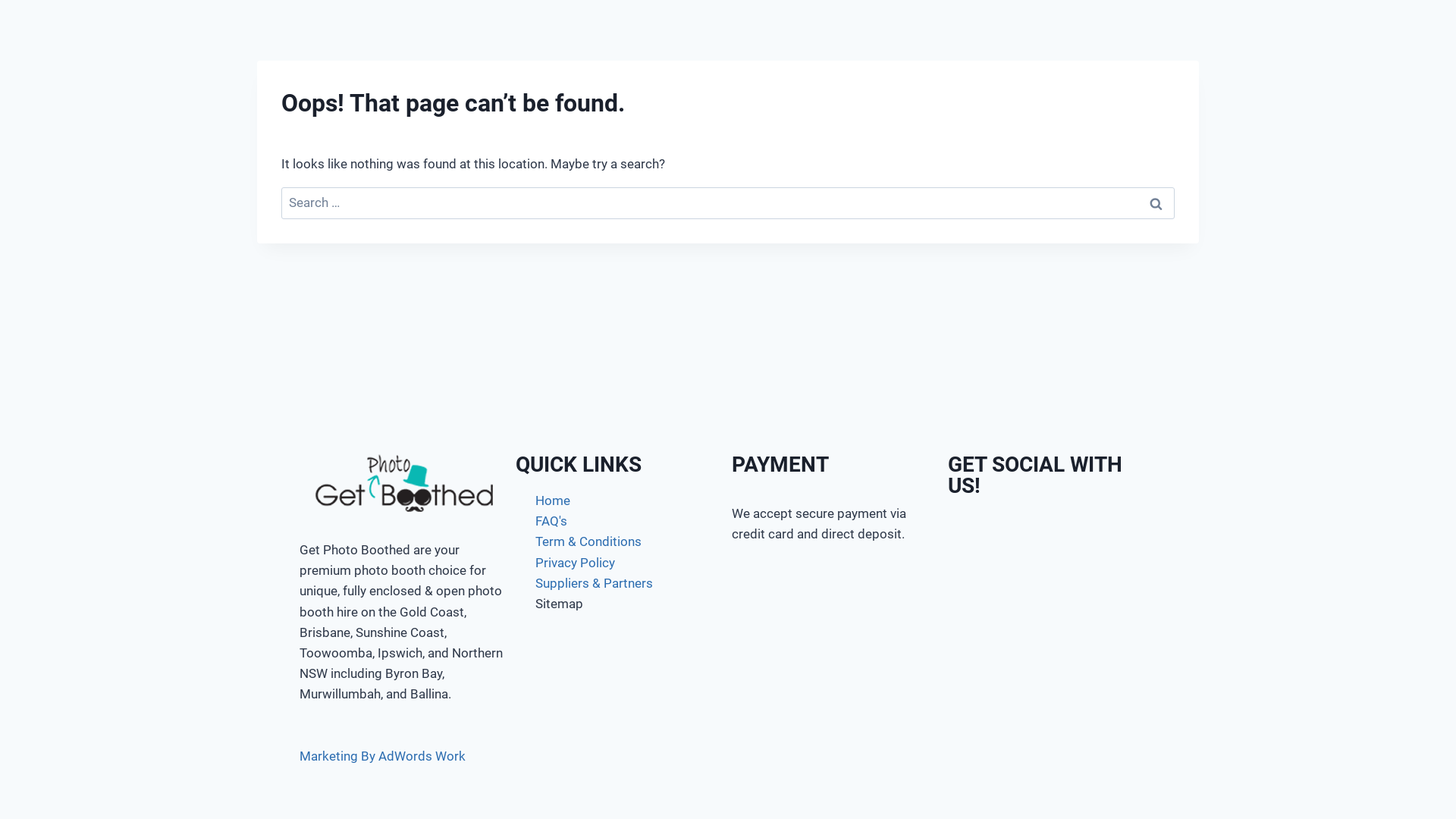 The height and width of the screenshot is (819, 1456). Describe the element at coordinates (1154, 202) in the screenshot. I see `'Search'` at that location.